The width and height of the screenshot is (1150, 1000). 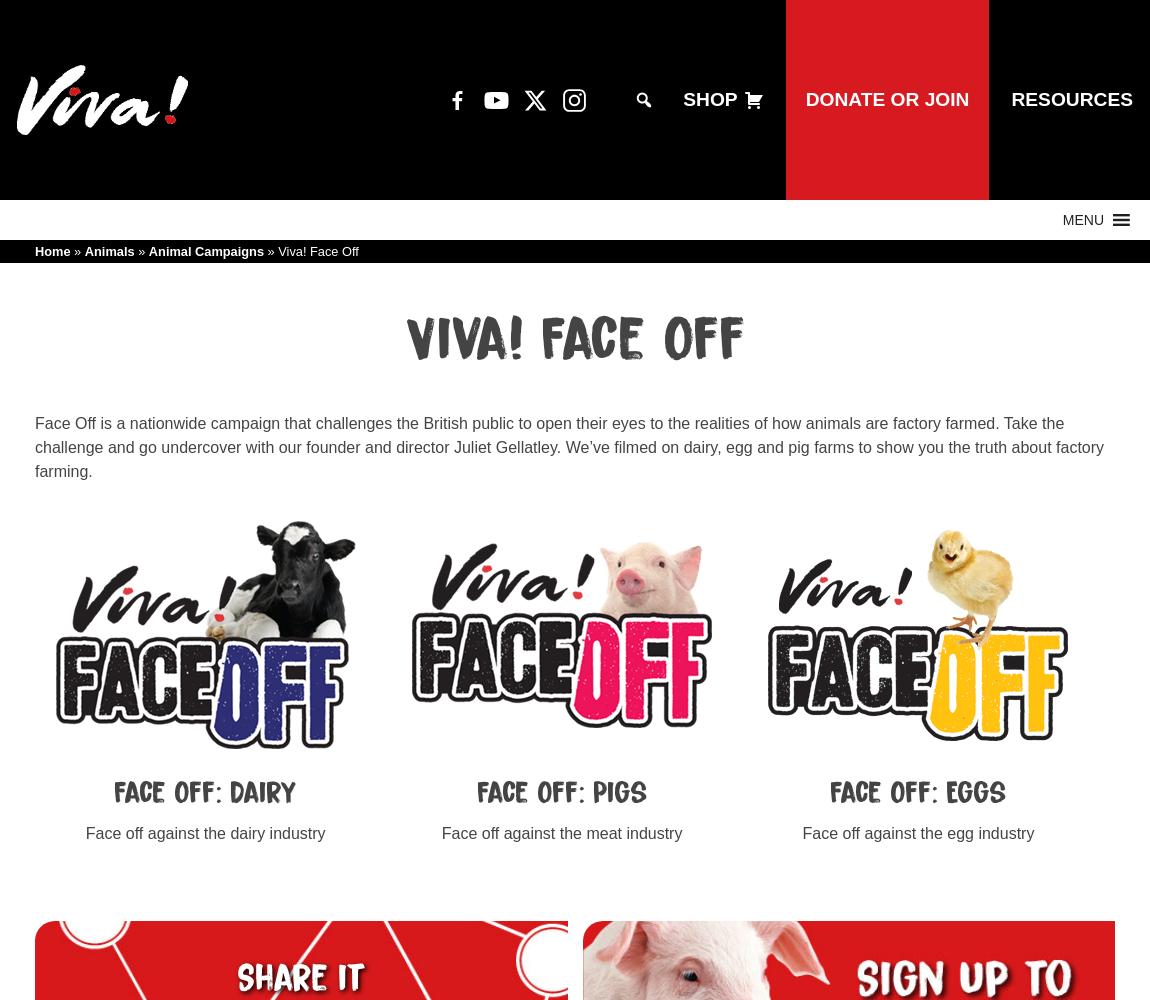 I want to click on 'Face off against the egg industry', so click(x=918, y=832).